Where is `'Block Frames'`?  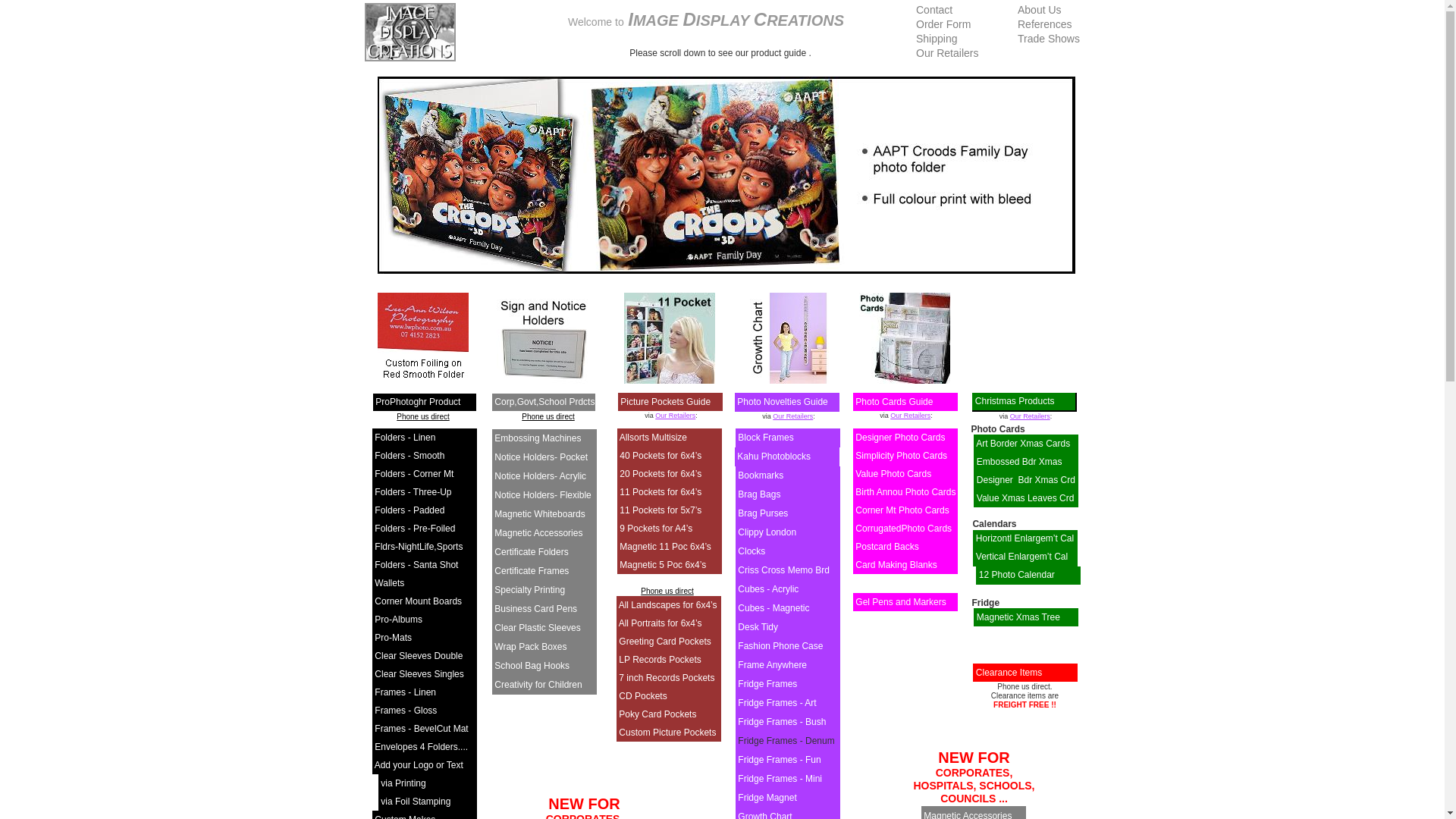 'Block Frames' is located at coordinates (765, 438).